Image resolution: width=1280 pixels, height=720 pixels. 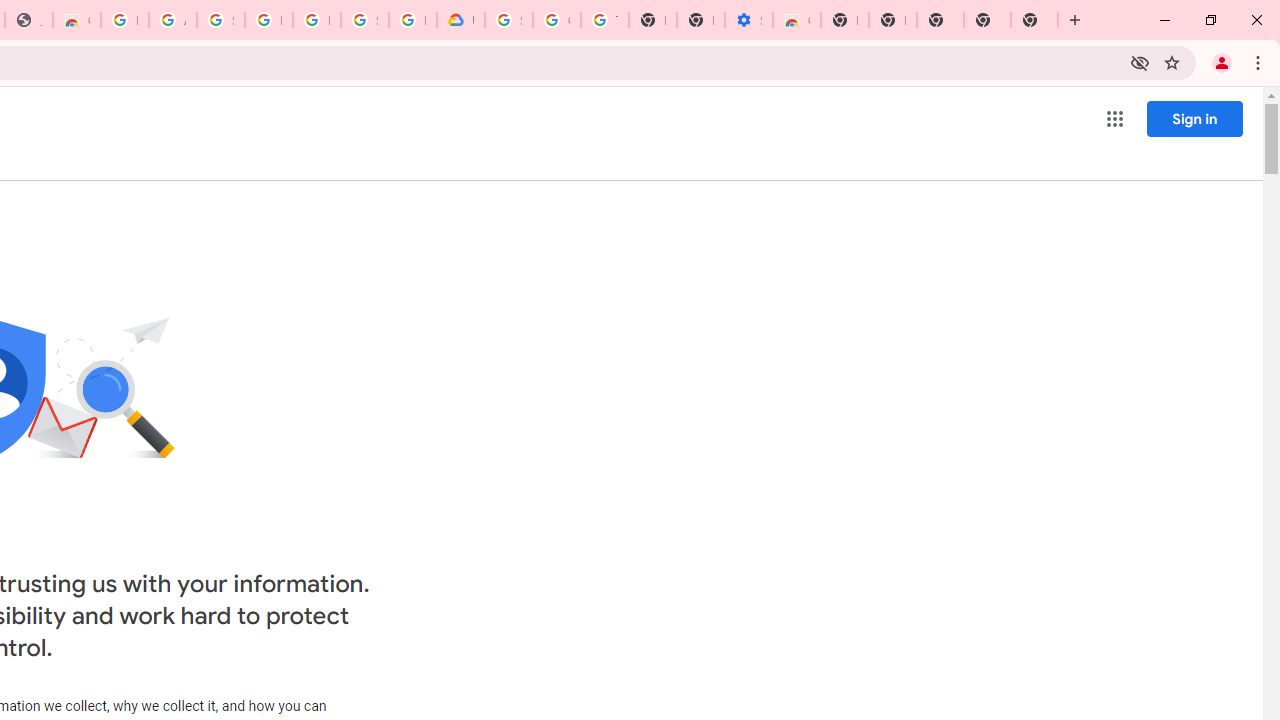 I want to click on 'Chrome Web Store - Accessibility extensions', so click(x=795, y=20).